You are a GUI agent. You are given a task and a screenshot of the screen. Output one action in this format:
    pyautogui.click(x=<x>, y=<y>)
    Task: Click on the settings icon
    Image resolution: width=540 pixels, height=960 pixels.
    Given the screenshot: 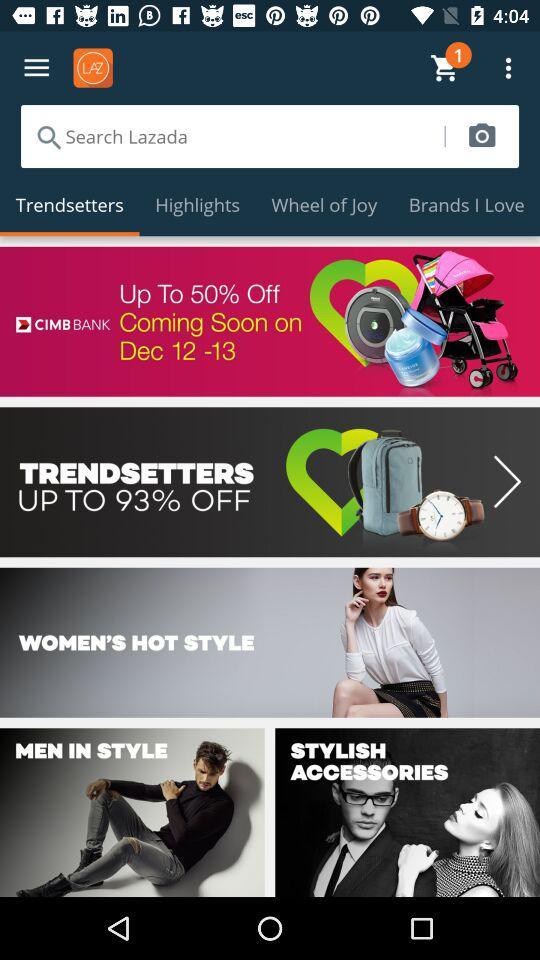 What is the action you would take?
    pyautogui.click(x=36, y=68)
    